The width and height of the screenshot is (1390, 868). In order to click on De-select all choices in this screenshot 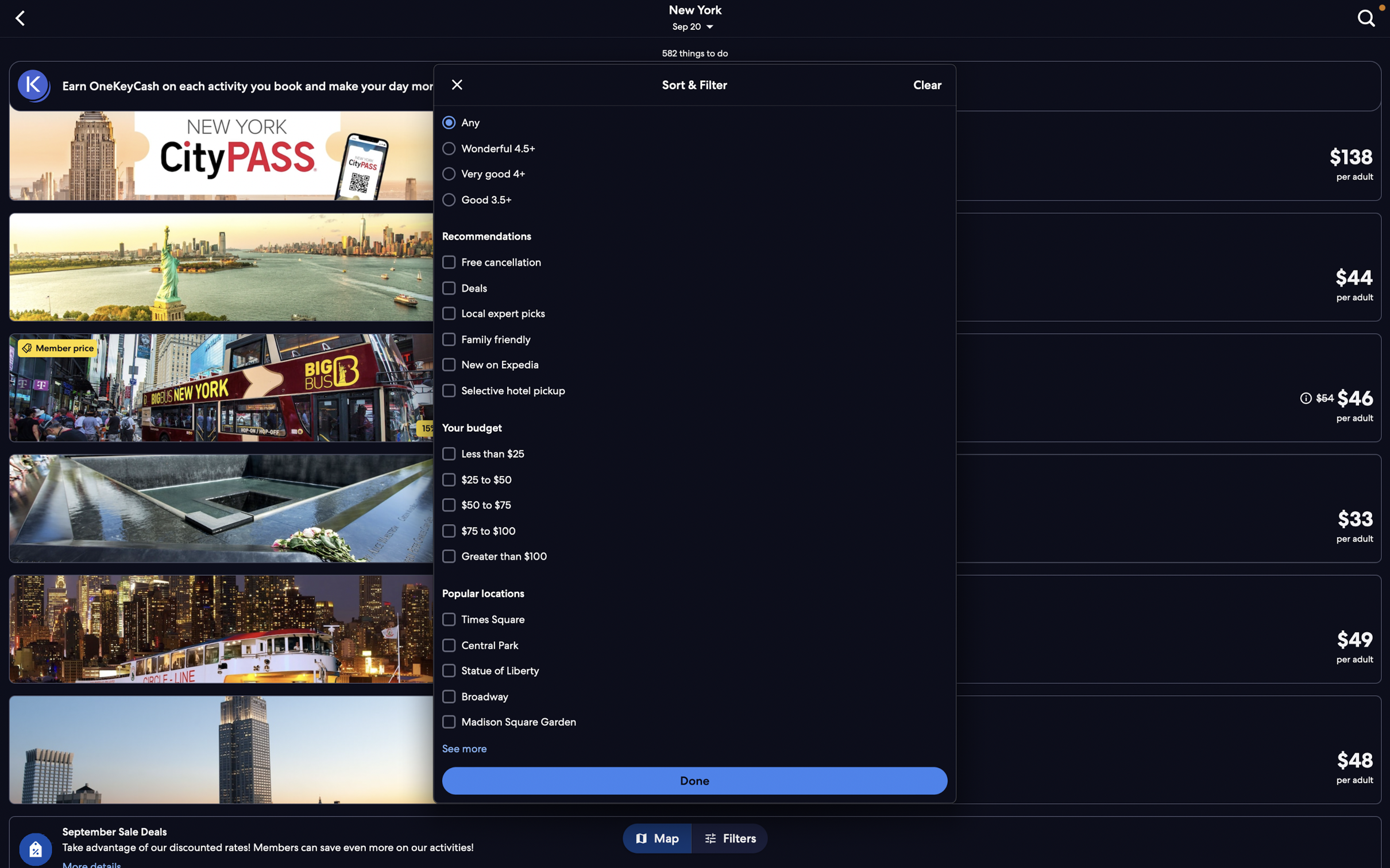, I will do `click(926, 85)`.